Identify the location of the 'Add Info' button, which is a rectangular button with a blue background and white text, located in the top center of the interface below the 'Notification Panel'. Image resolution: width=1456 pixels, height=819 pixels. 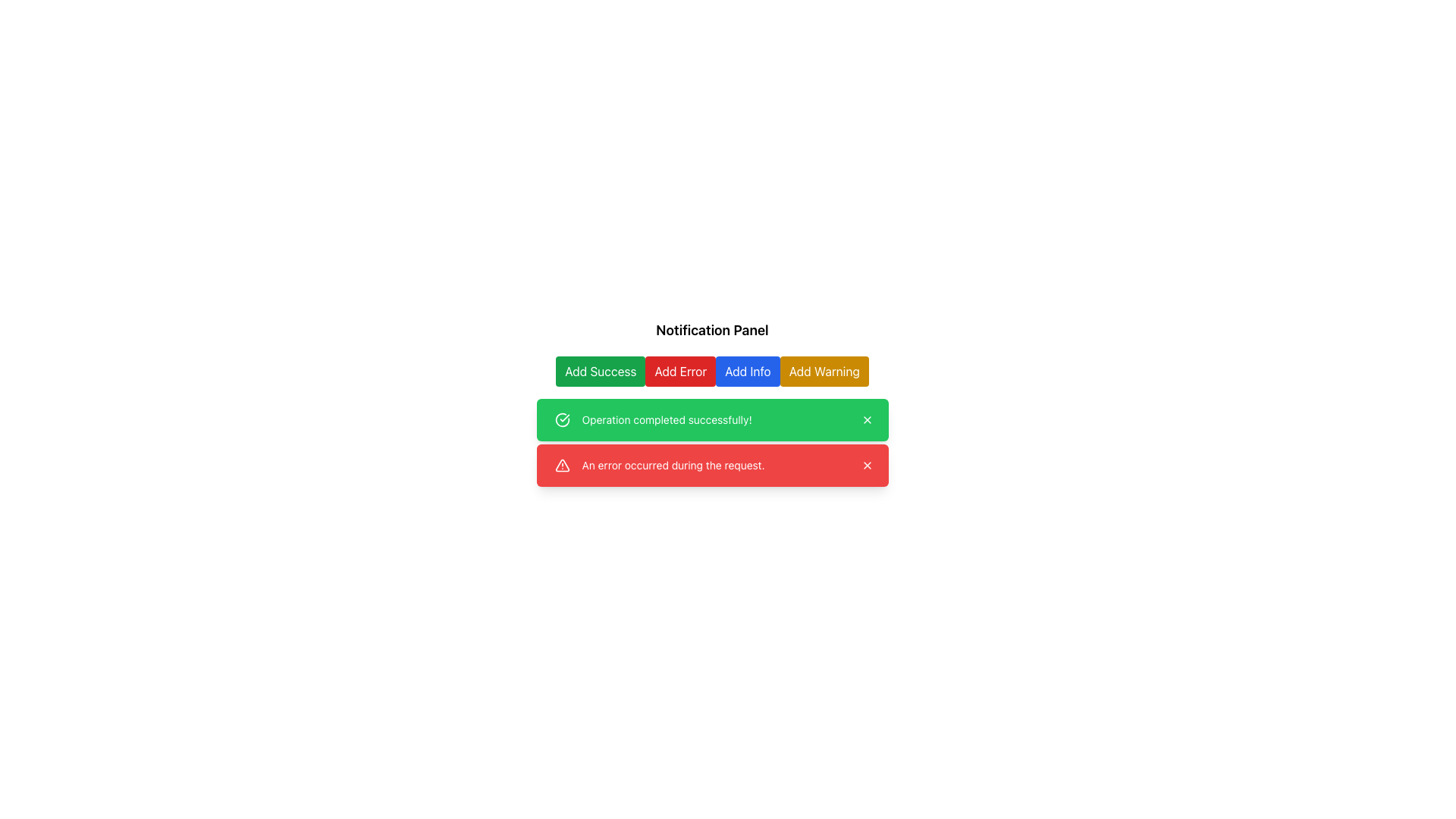
(748, 371).